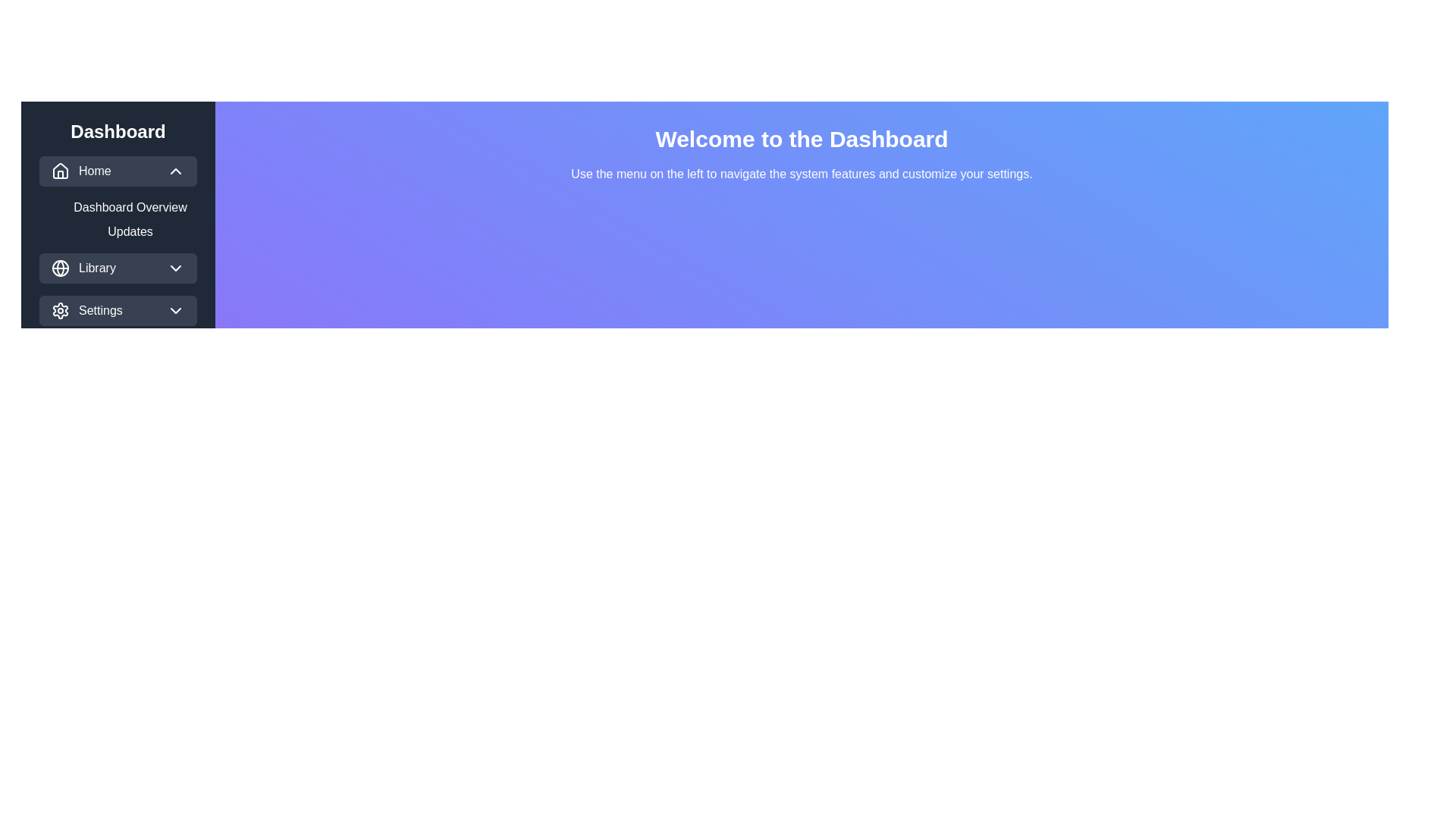 The height and width of the screenshot is (819, 1456). What do you see at coordinates (175, 309) in the screenshot?
I see `the chevron icon located to the right of the 'Settings' text in the fourth navigation item of the sidebar menu` at bounding box center [175, 309].